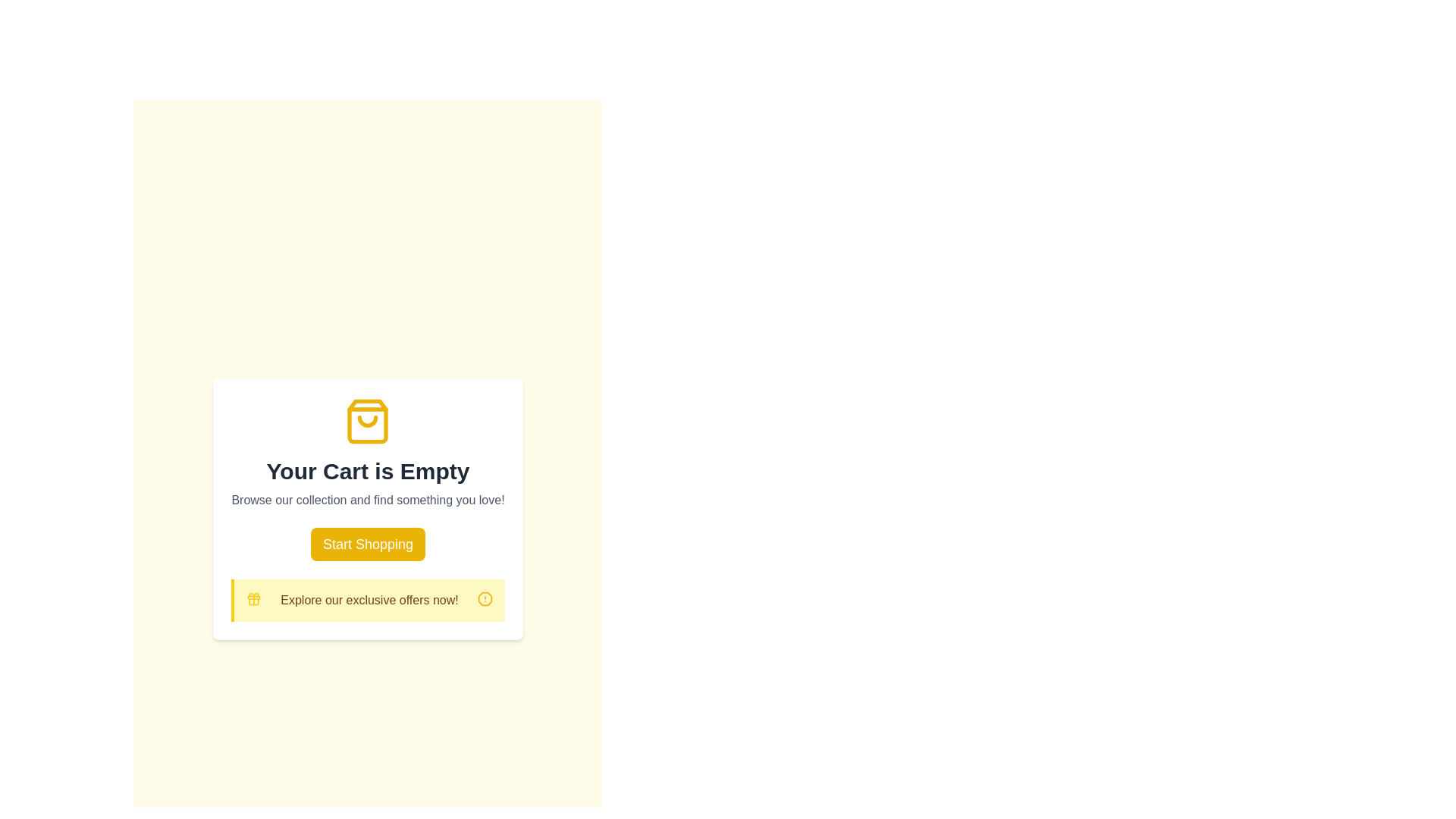 Image resolution: width=1456 pixels, height=819 pixels. Describe the element at coordinates (368, 421) in the screenshot. I see `the decorative shopping bag icon located at the top center of the white rounded card that contains the 'Your Cart is Empty' message` at that location.